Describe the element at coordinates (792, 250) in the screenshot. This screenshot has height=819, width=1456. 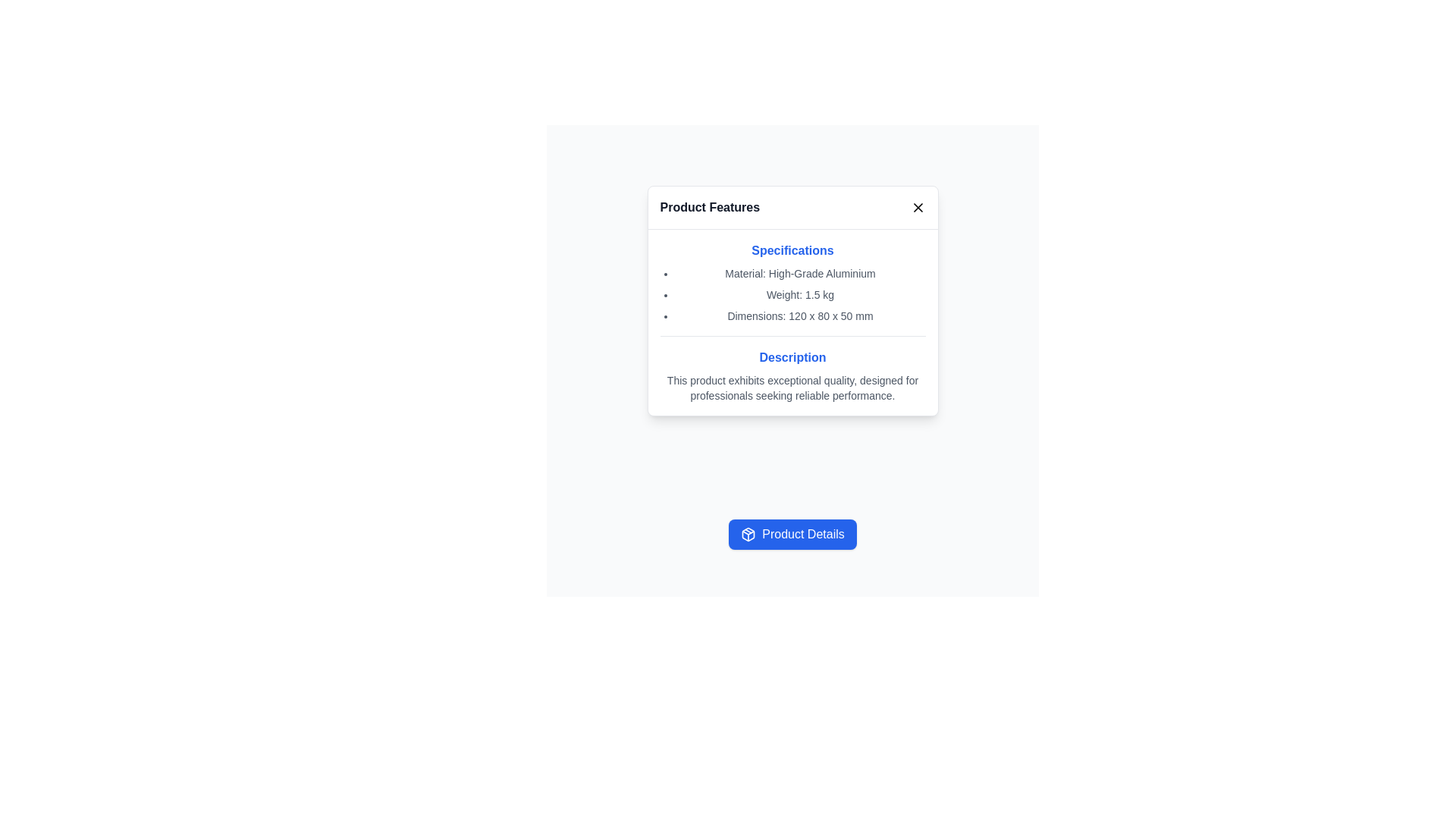
I see `the Text Label indicating the specifications section, which is centrally located in the upper portion of the 'Product Features' card component` at that location.